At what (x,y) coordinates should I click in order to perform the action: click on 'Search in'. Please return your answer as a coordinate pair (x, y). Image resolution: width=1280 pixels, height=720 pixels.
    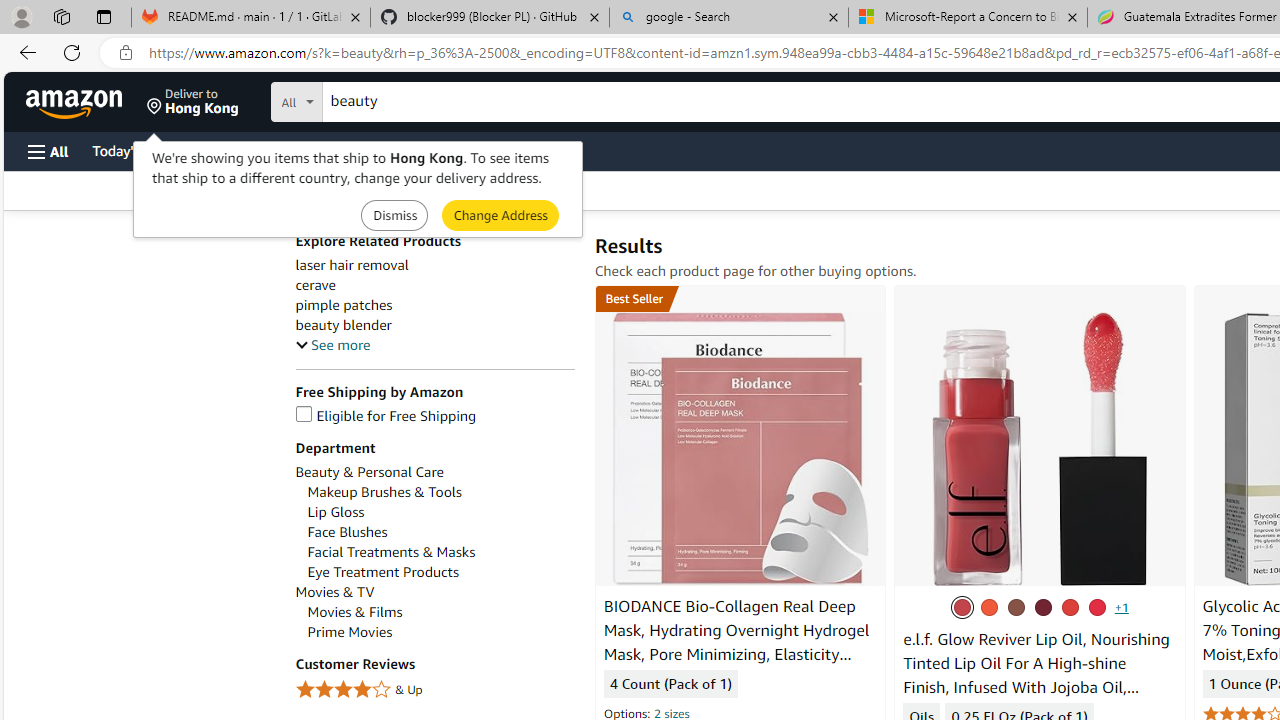
    Looking at the image, I should click on (371, 99).